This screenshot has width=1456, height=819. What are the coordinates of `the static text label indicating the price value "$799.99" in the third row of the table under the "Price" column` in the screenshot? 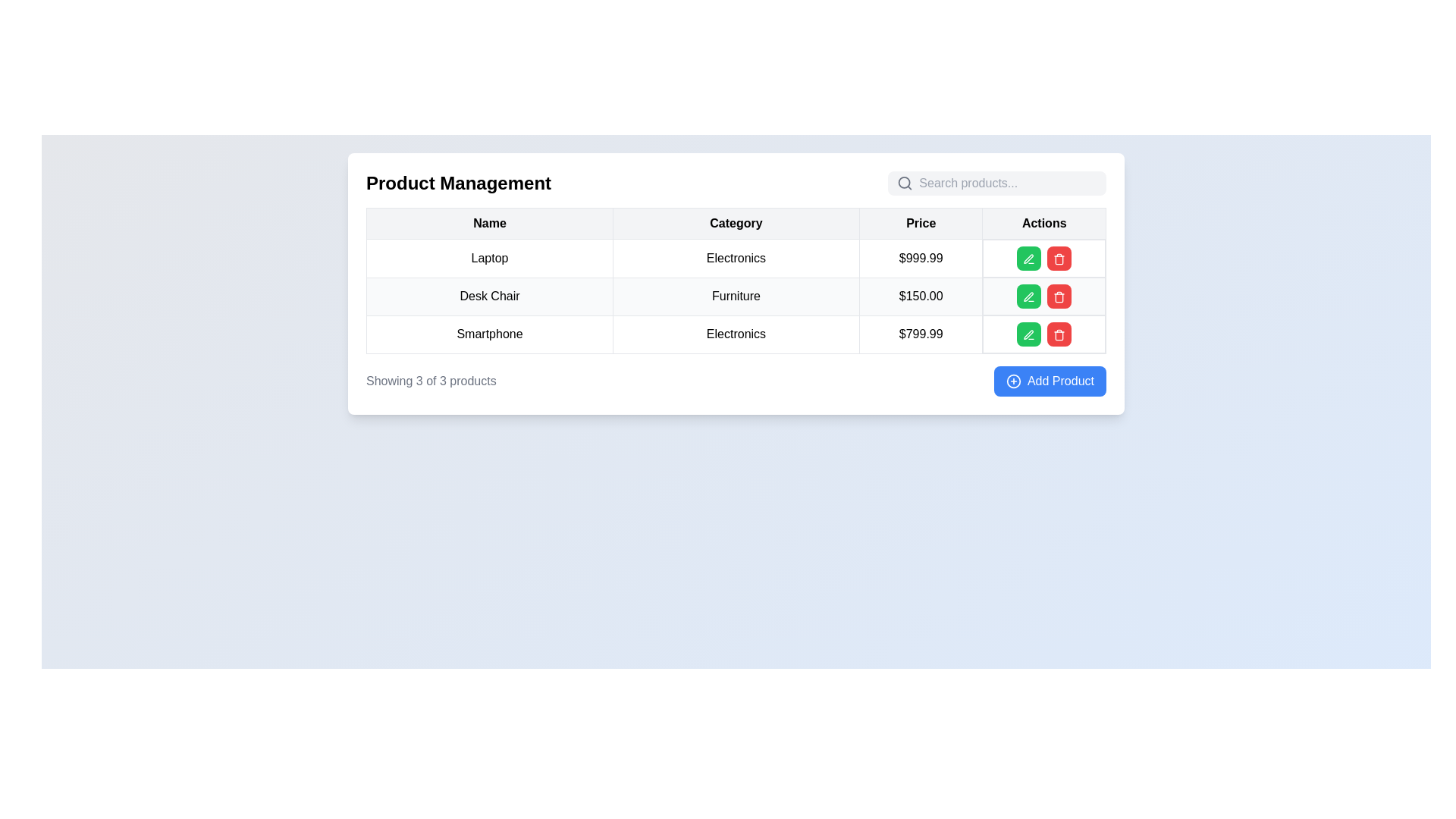 It's located at (920, 334).